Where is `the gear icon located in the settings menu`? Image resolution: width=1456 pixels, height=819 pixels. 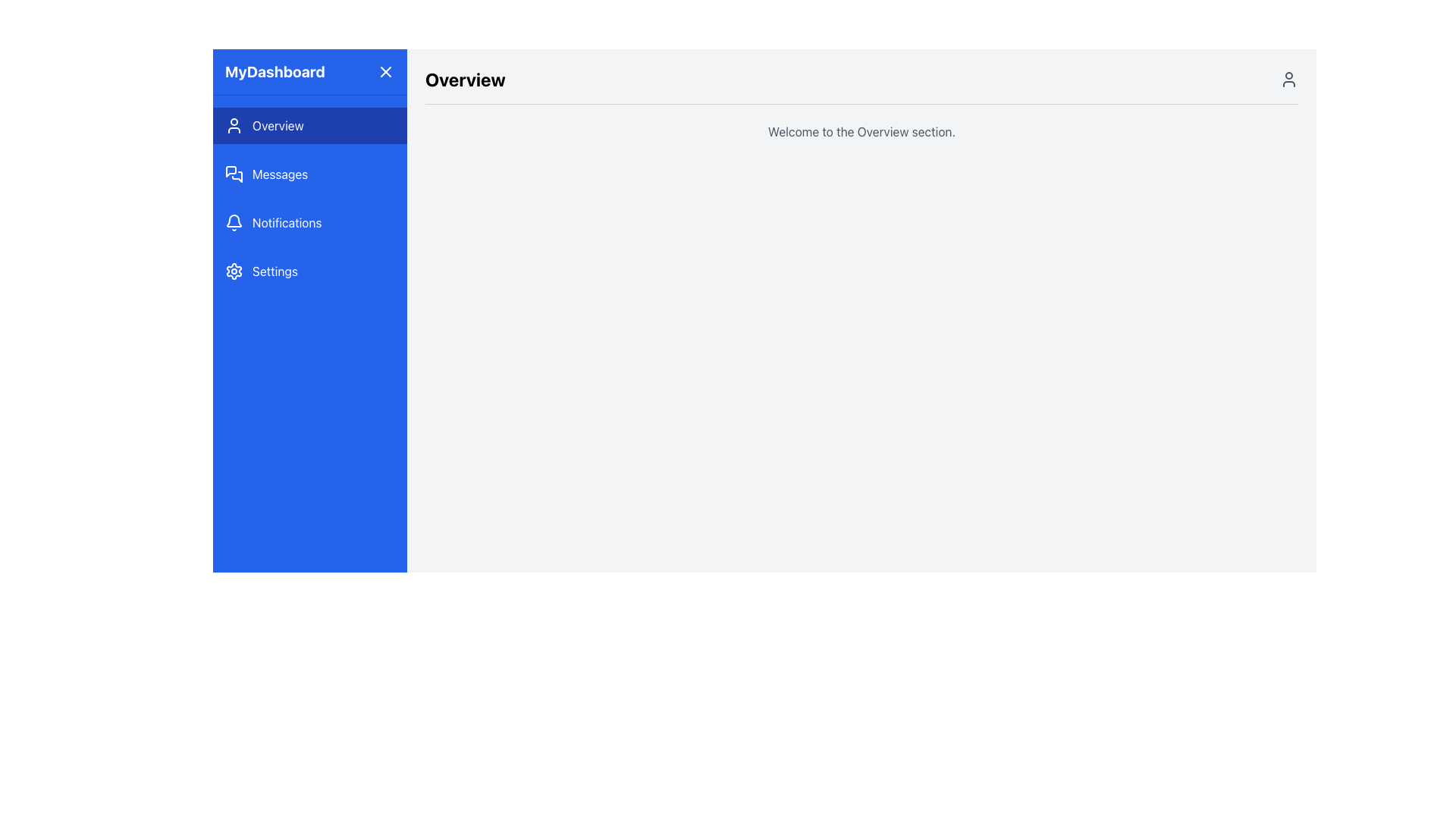
the gear icon located in the settings menu is located at coordinates (233, 271).